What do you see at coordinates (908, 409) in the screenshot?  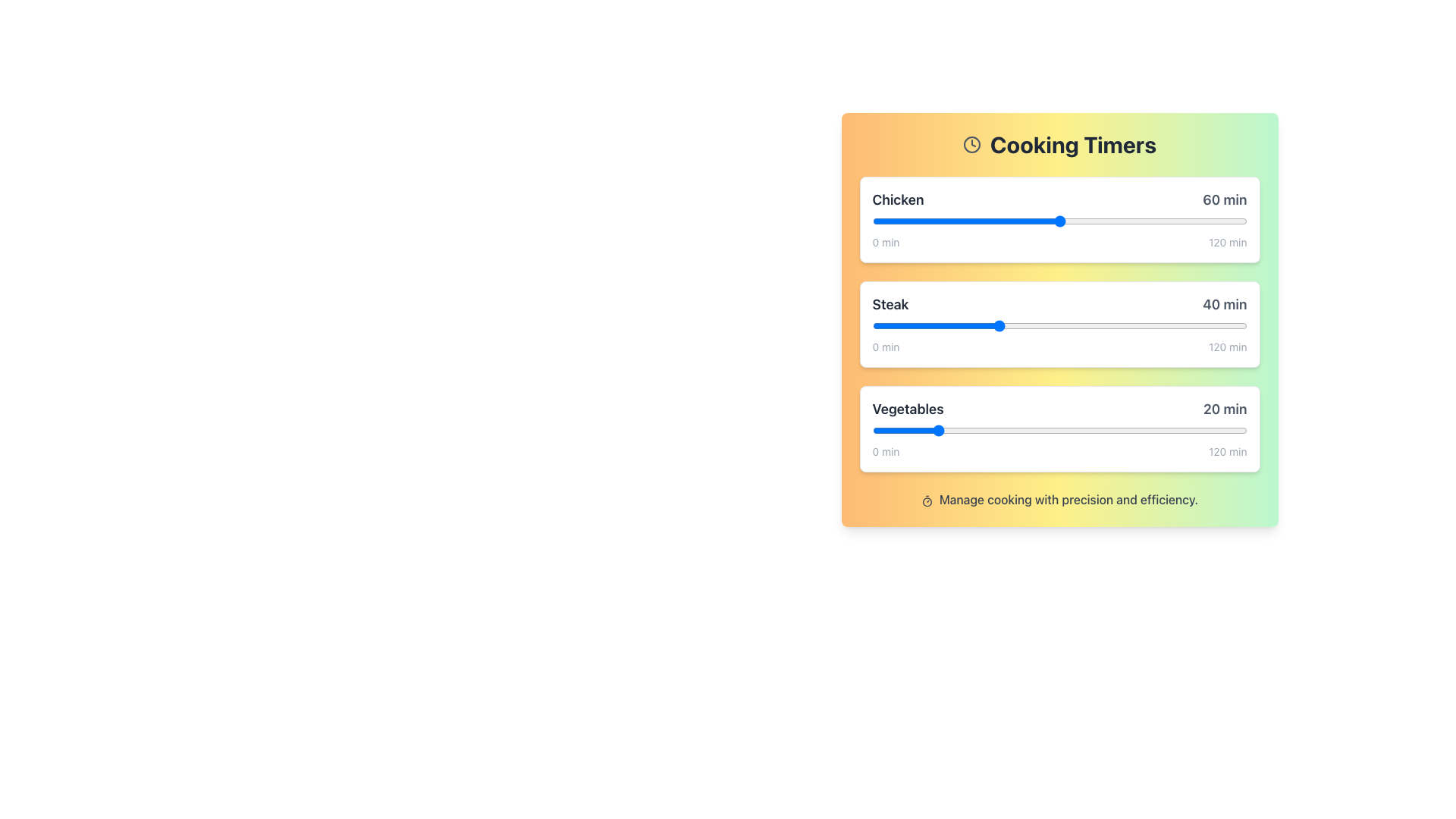 I see `the 'Vegetables' text label which indicates the title for the associated timer control in the third section of the cooking timers interface` at bounding box center [908, 409].